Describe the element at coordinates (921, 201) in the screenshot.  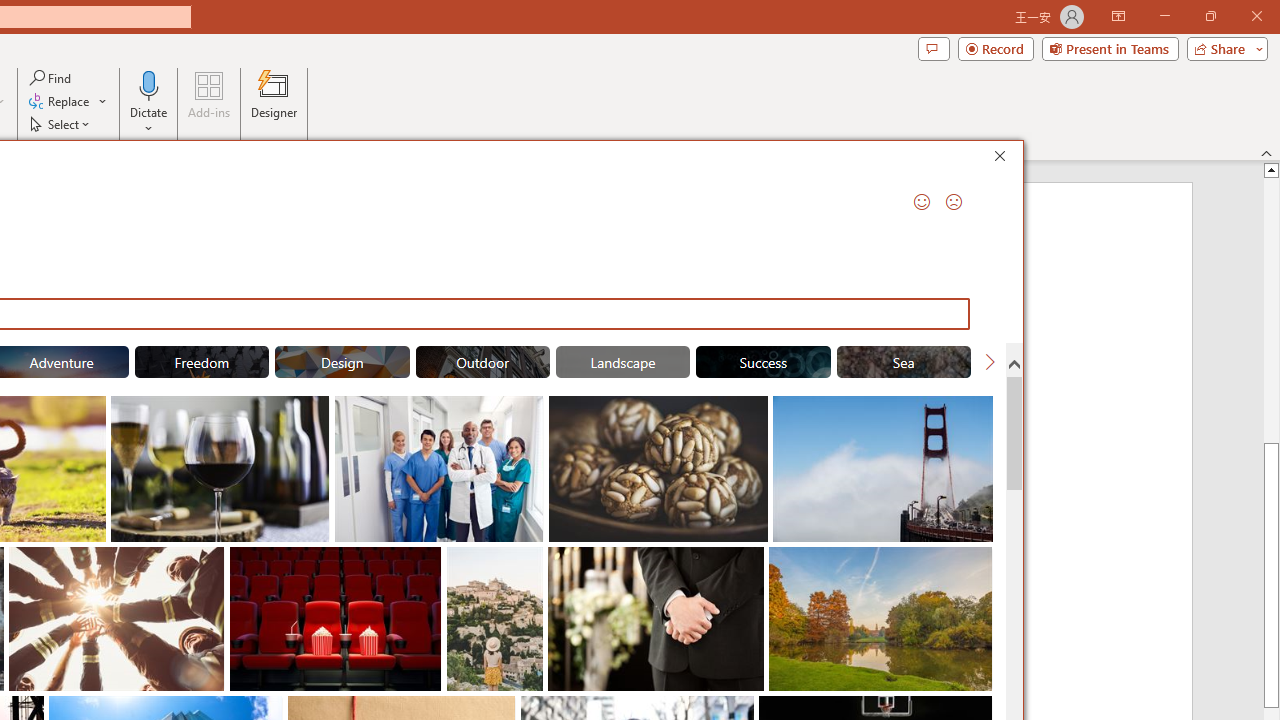
I see `'Send a Smile'` at that location.